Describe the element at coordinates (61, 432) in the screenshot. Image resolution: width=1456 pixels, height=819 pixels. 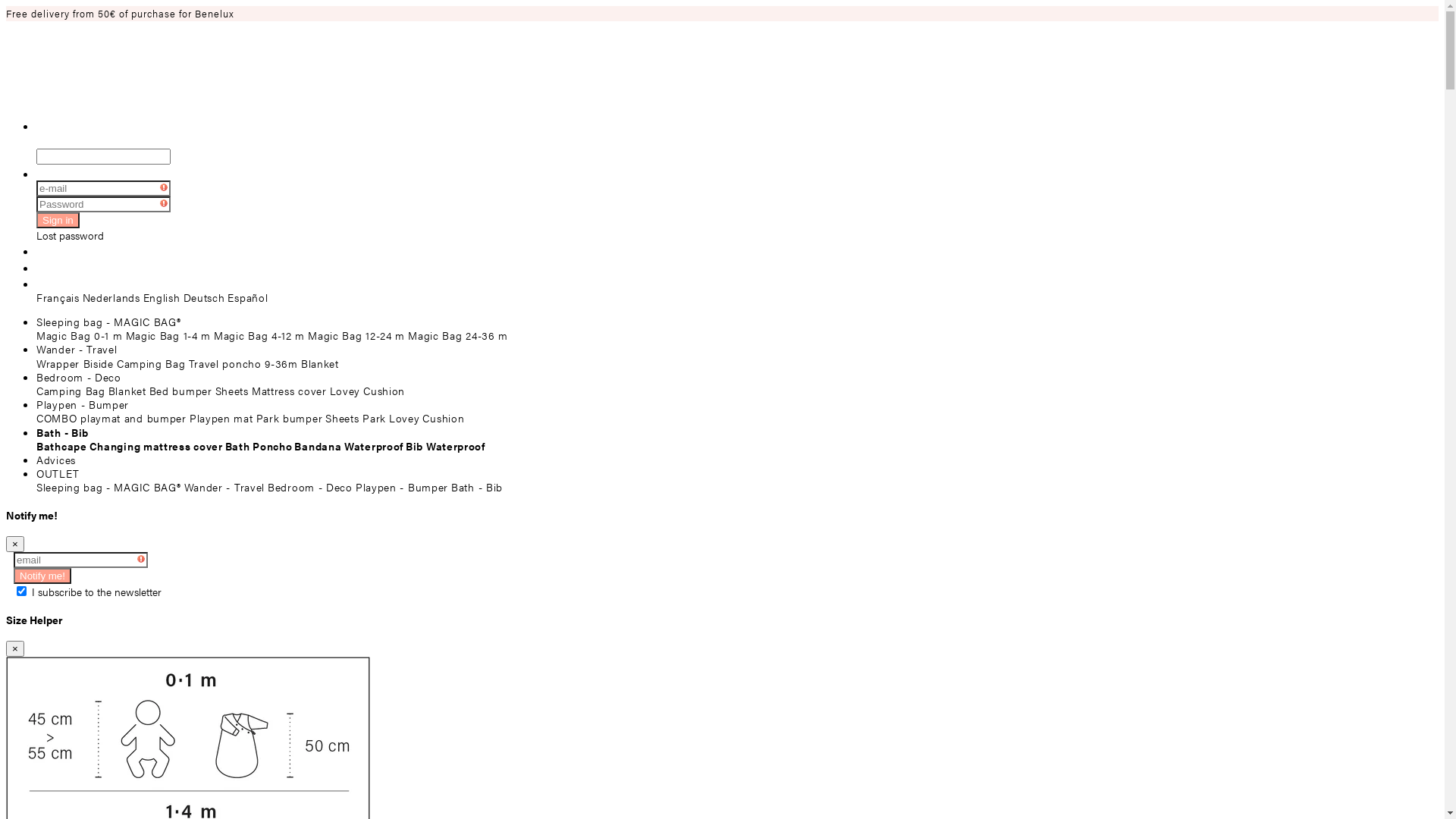
I see `'Bath - Bib'` at that location.